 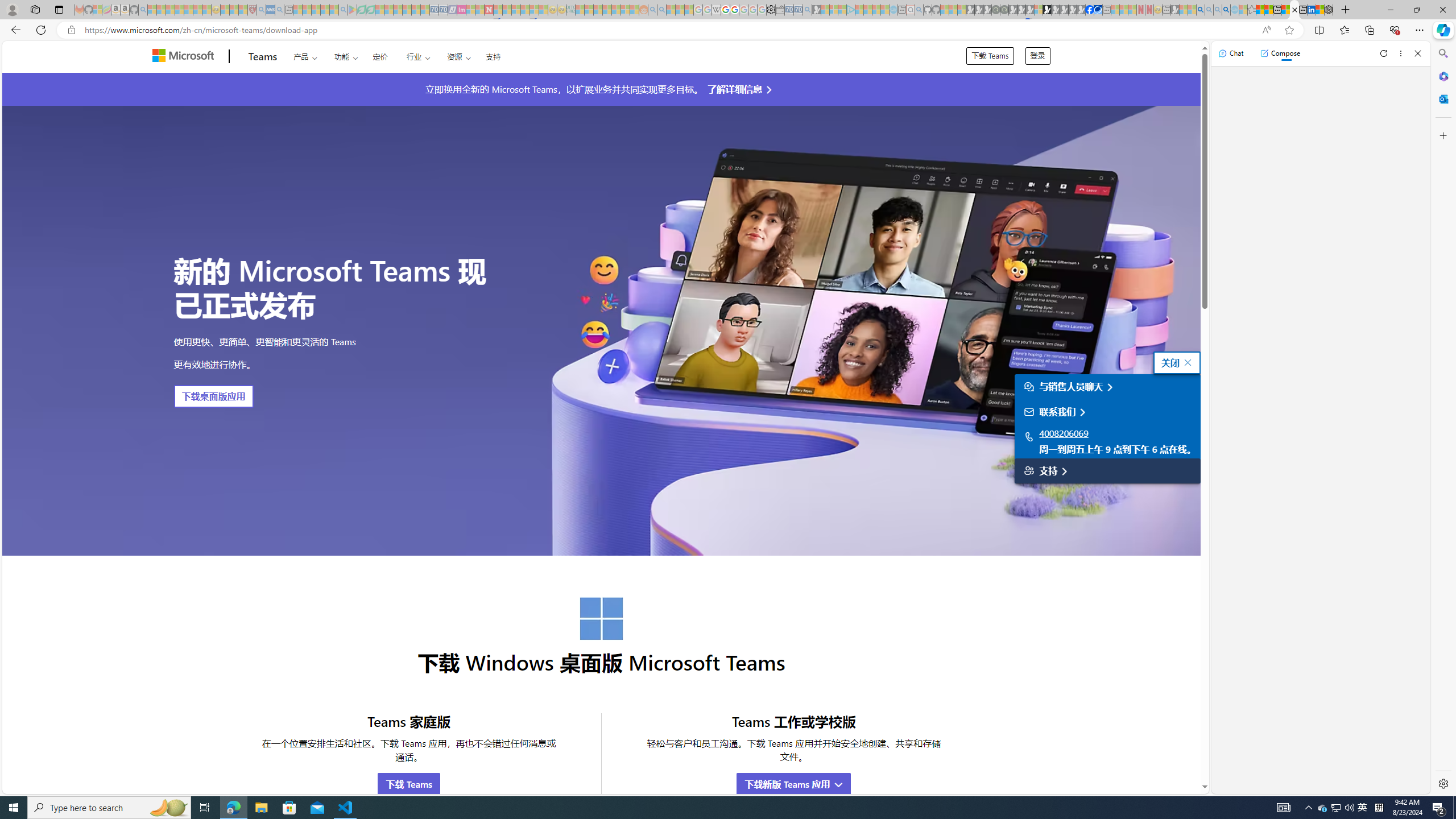 What do you see at coordinates (487, 9) in the screenshot?
I see `'Latest Politics News & Archive | Newsweek.com - Sleeping'` at bounding box center [487, 9].